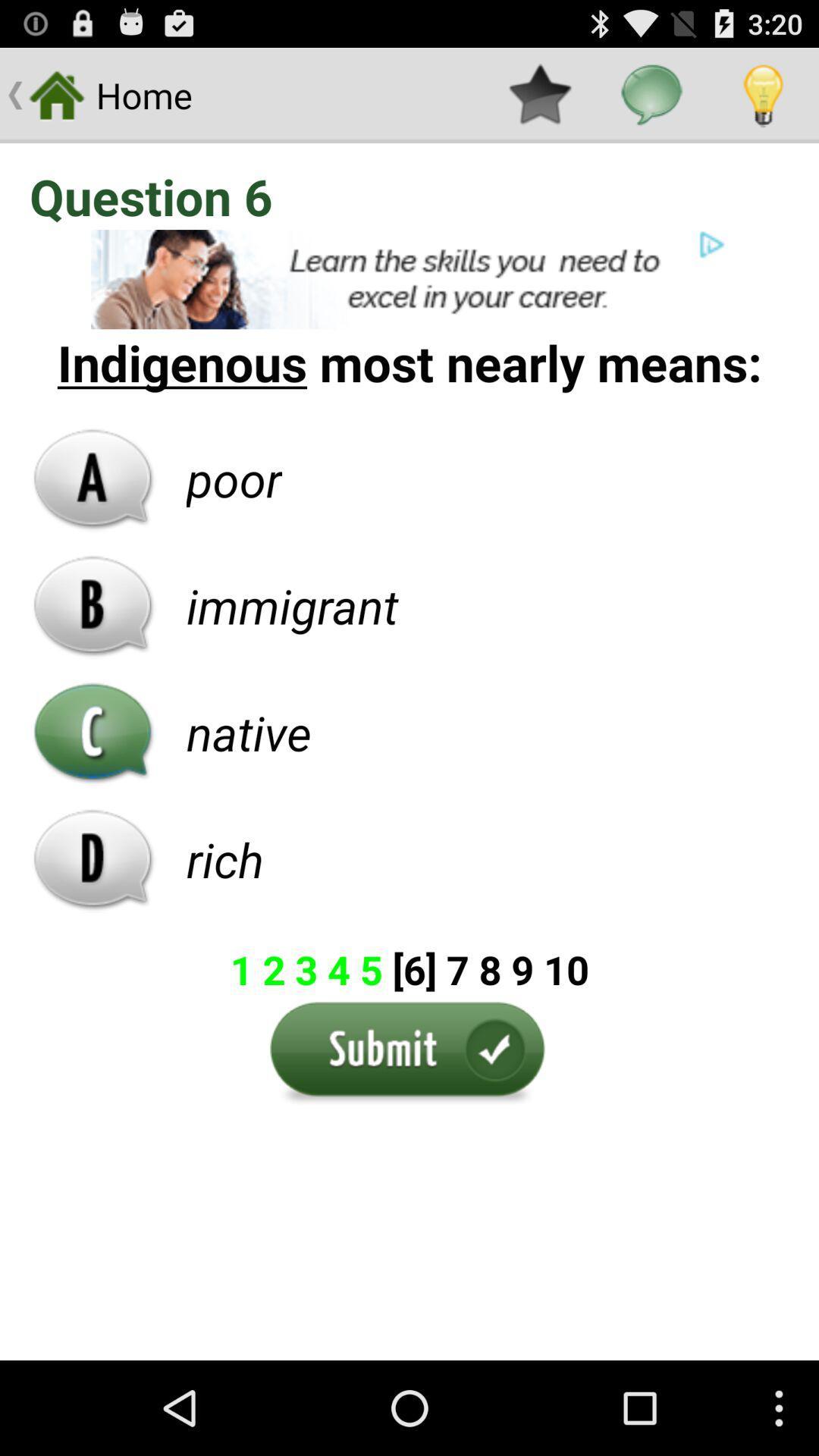 The image size is (819, 1456). Describe the element at coordinates (93, 733) in the screenshot. I see `icon left to native` at that location.